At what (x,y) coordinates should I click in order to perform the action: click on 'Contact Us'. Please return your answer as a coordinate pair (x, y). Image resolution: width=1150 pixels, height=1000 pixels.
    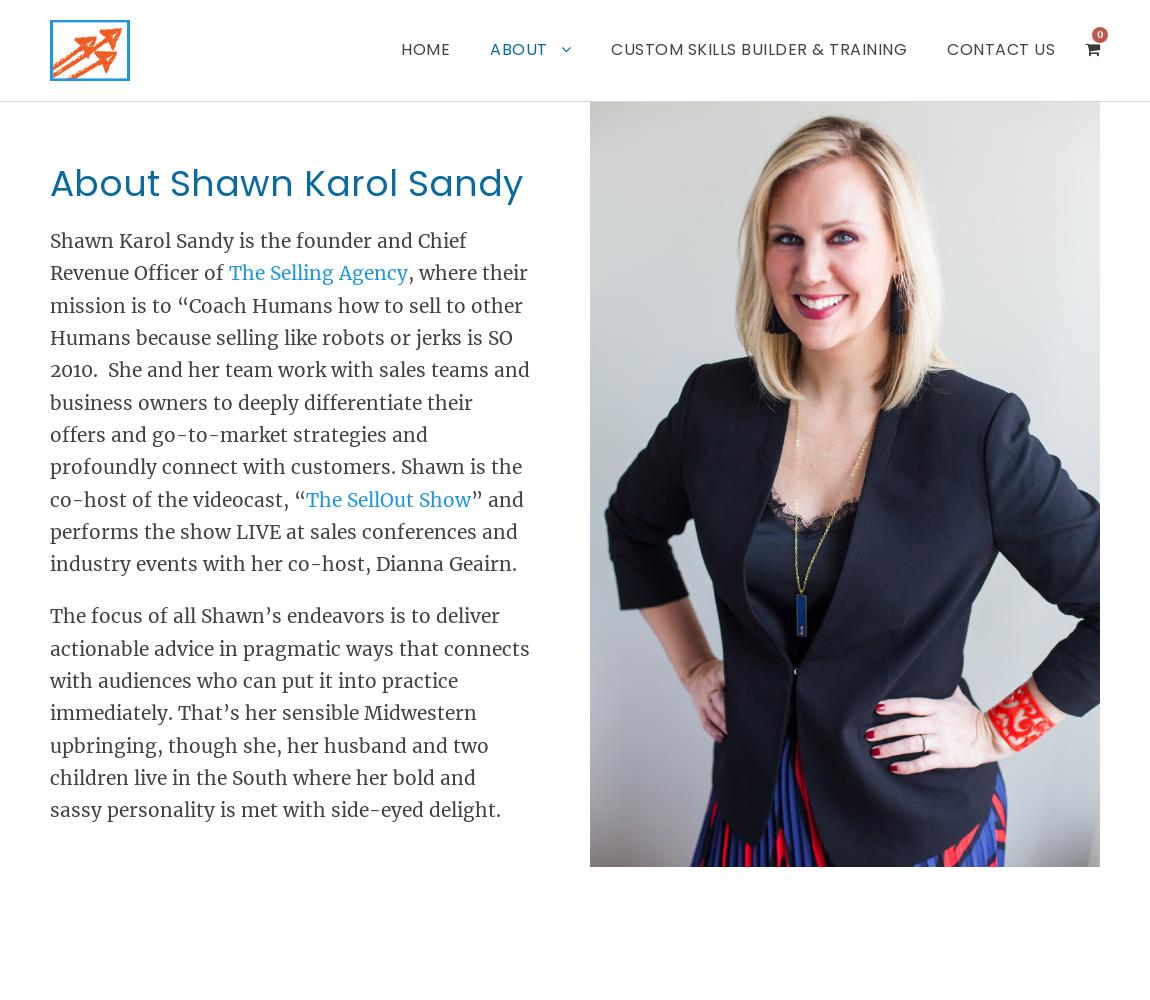
    Looking at the image, I should click on (947, 49).